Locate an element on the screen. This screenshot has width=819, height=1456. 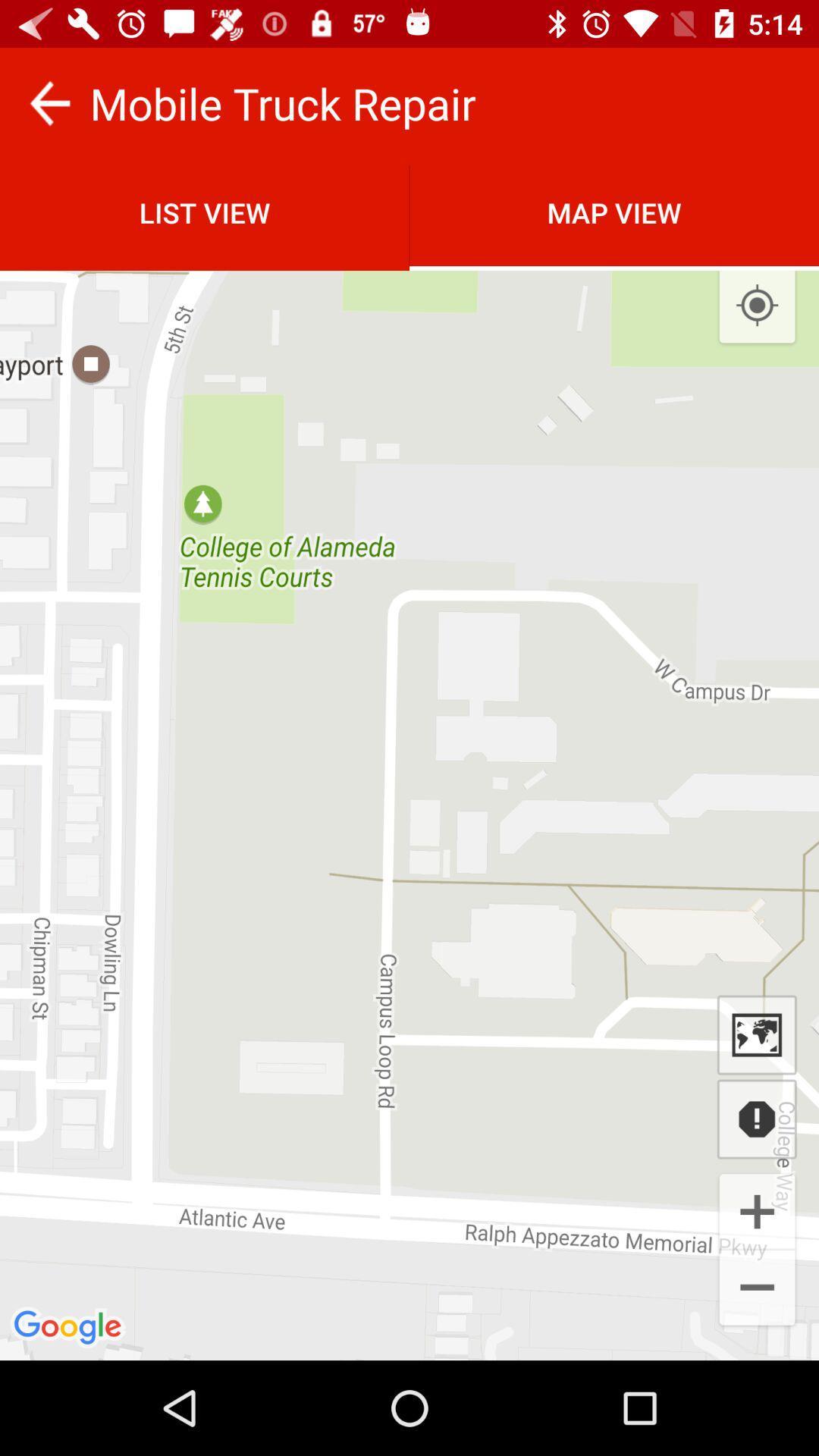
the app to the left of the map view icon is located at coordinates (205, 212).